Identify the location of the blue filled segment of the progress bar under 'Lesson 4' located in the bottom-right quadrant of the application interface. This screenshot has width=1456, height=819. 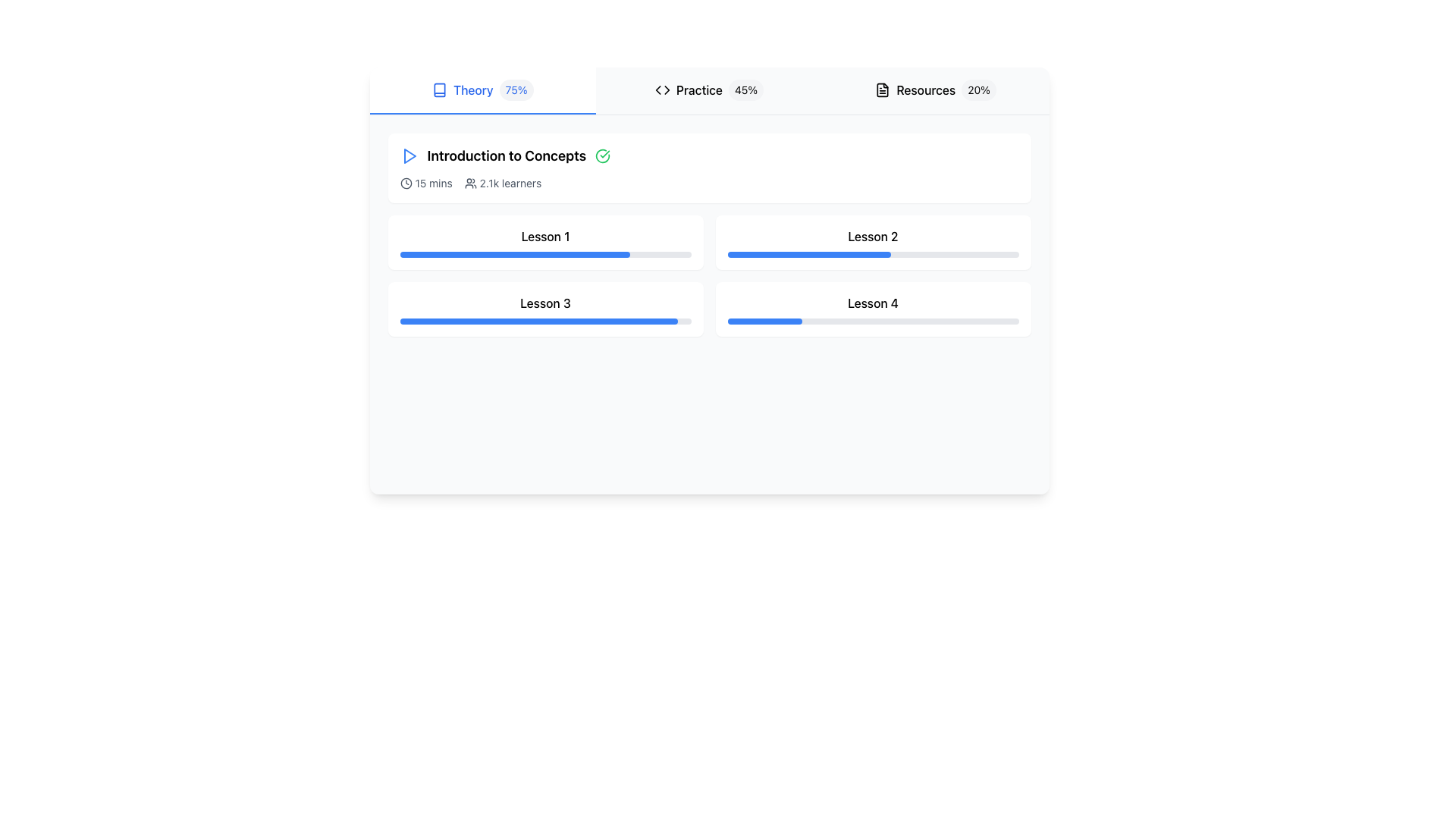
(764, 321).